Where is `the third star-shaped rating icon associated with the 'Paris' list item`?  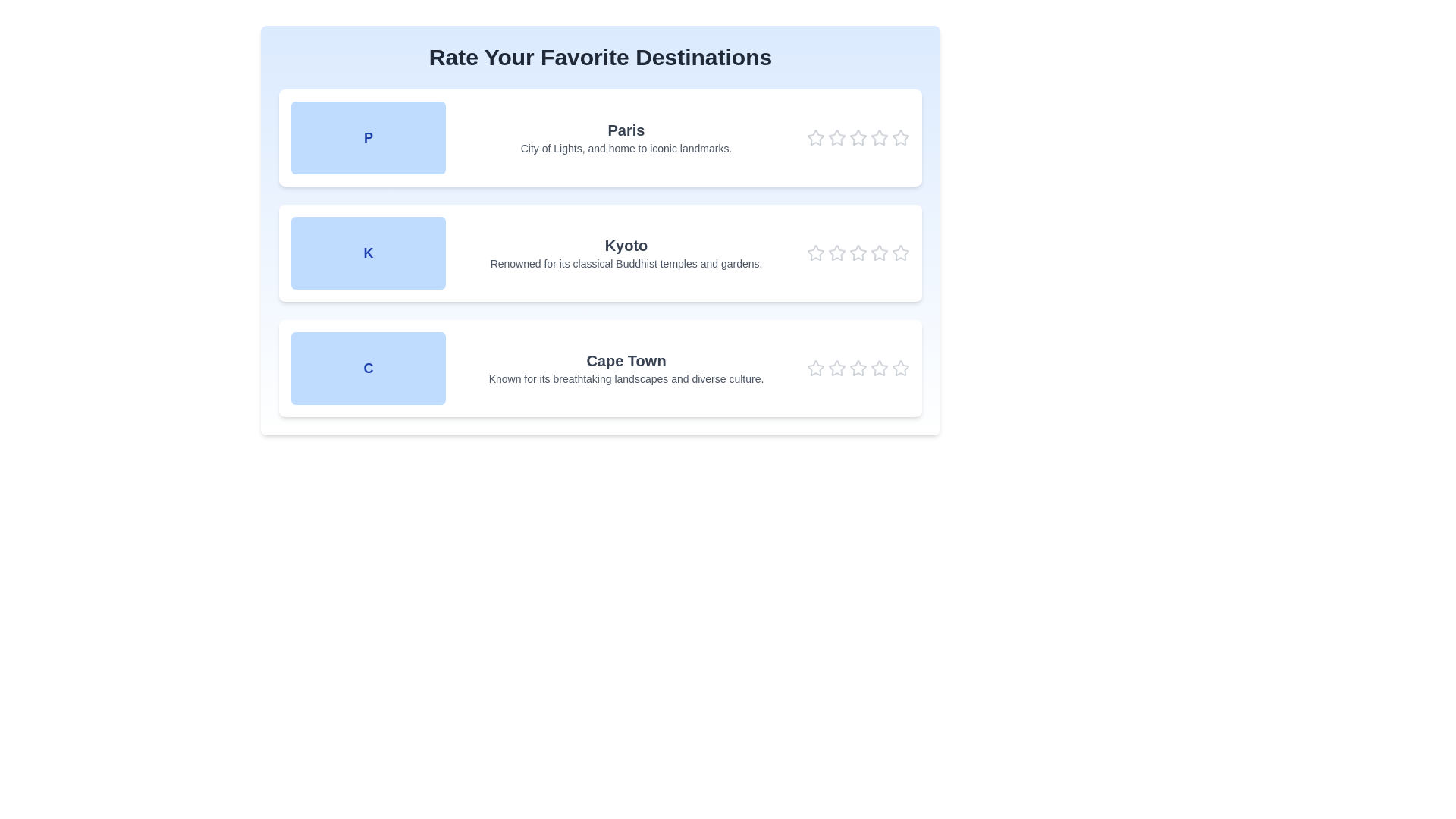
the third star-shaped rating icon associated with the 'Paris' list item is located at coordinates (858, 137).